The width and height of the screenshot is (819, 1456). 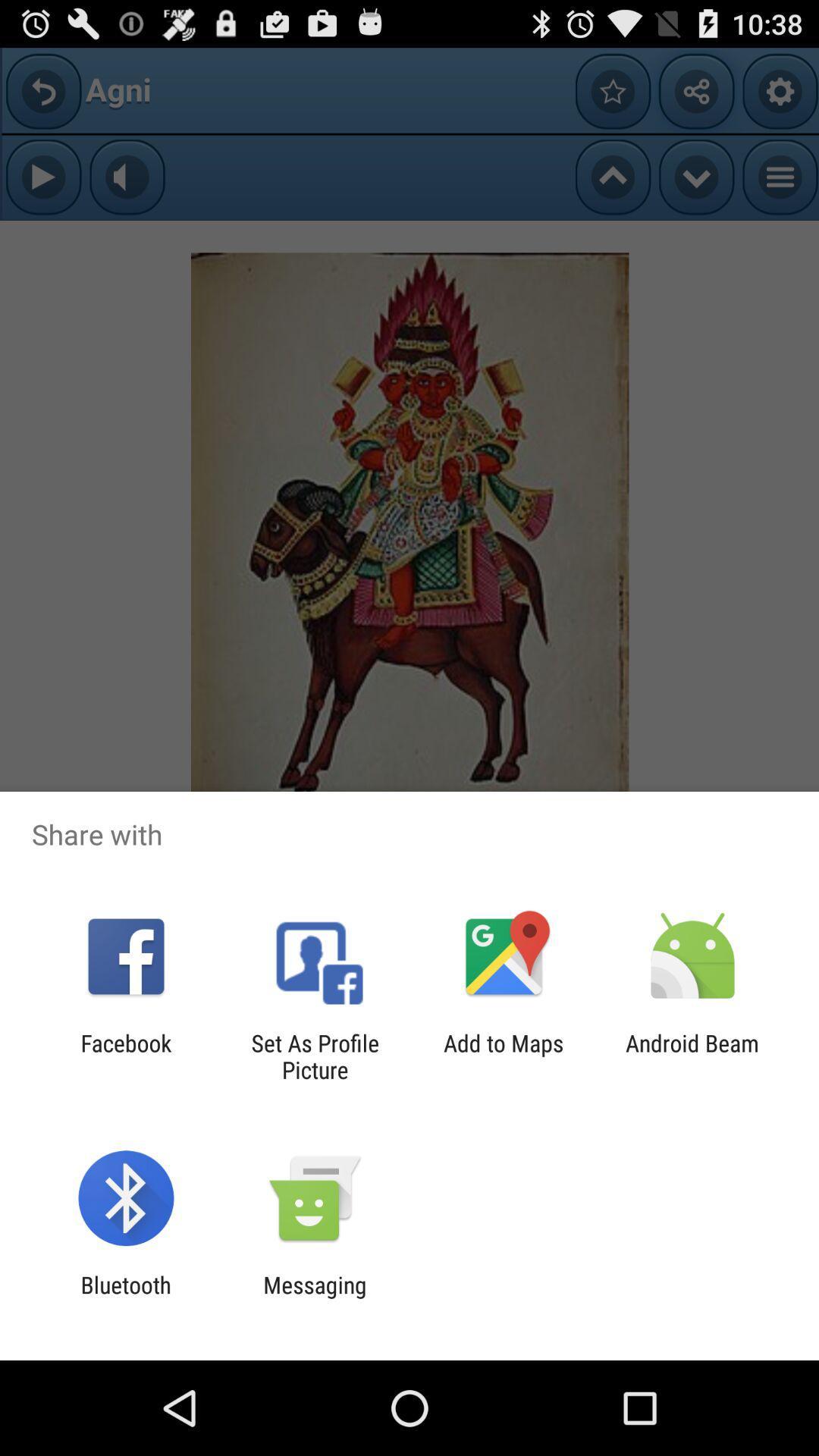 I want to click on the add to maps icon, so click(x=504, y=1056).